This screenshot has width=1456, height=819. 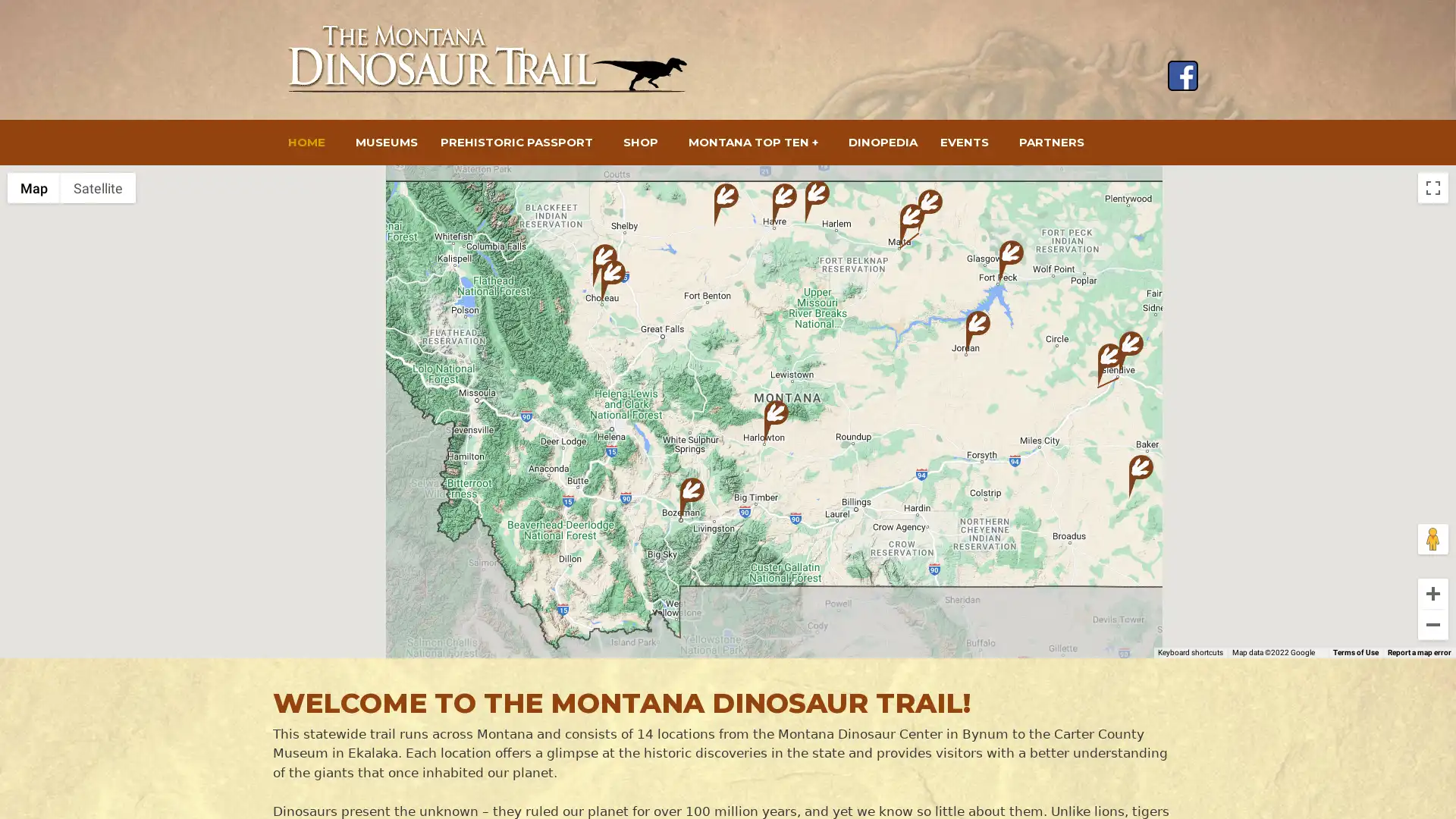 I want to click on Carter County Museum, so click(x=1141, y=475).